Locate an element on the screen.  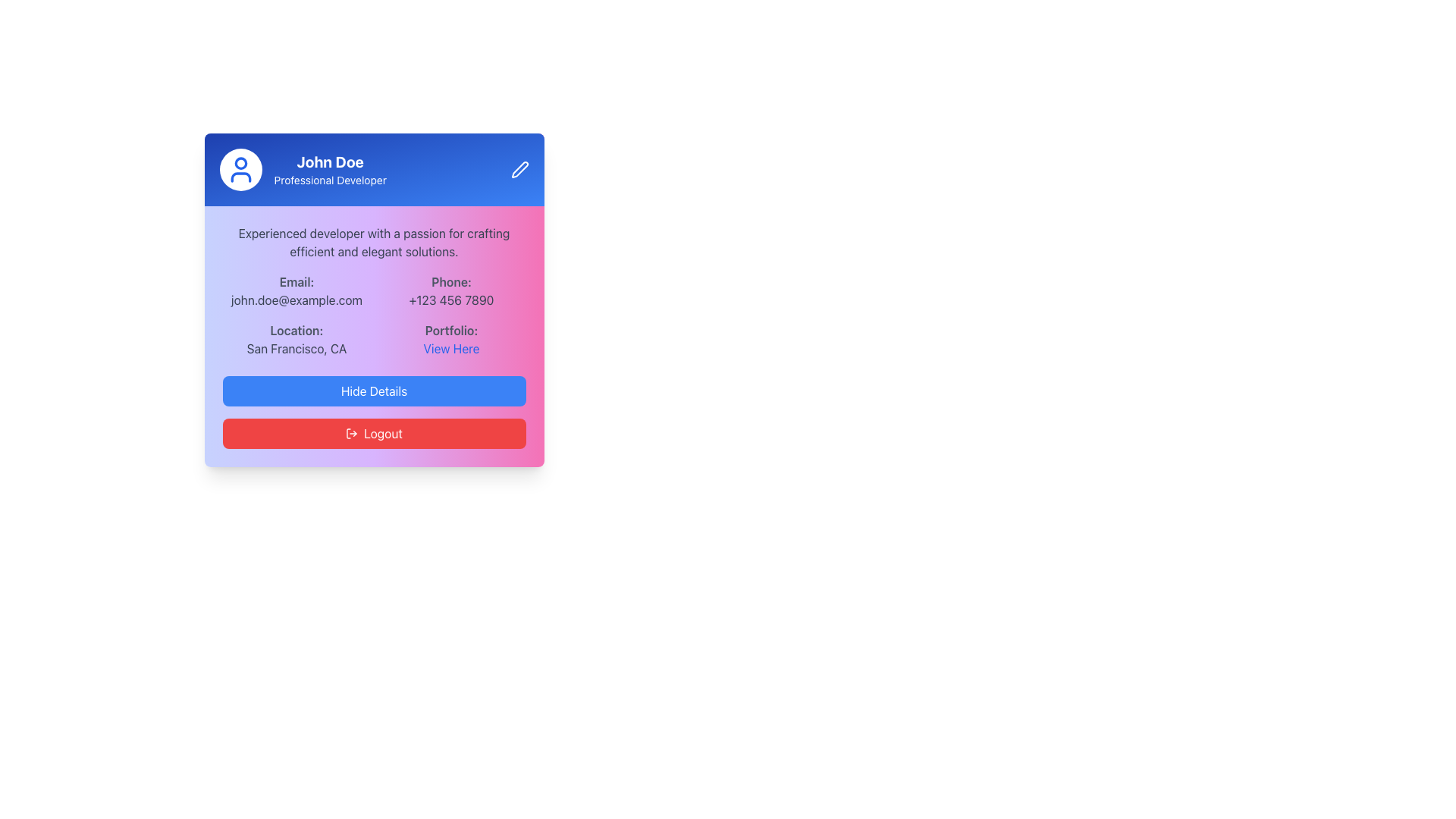
the hyperlink located below the 'Portfolio:' label in the lower-right section of the profile card is located at coordinates (450, 348).